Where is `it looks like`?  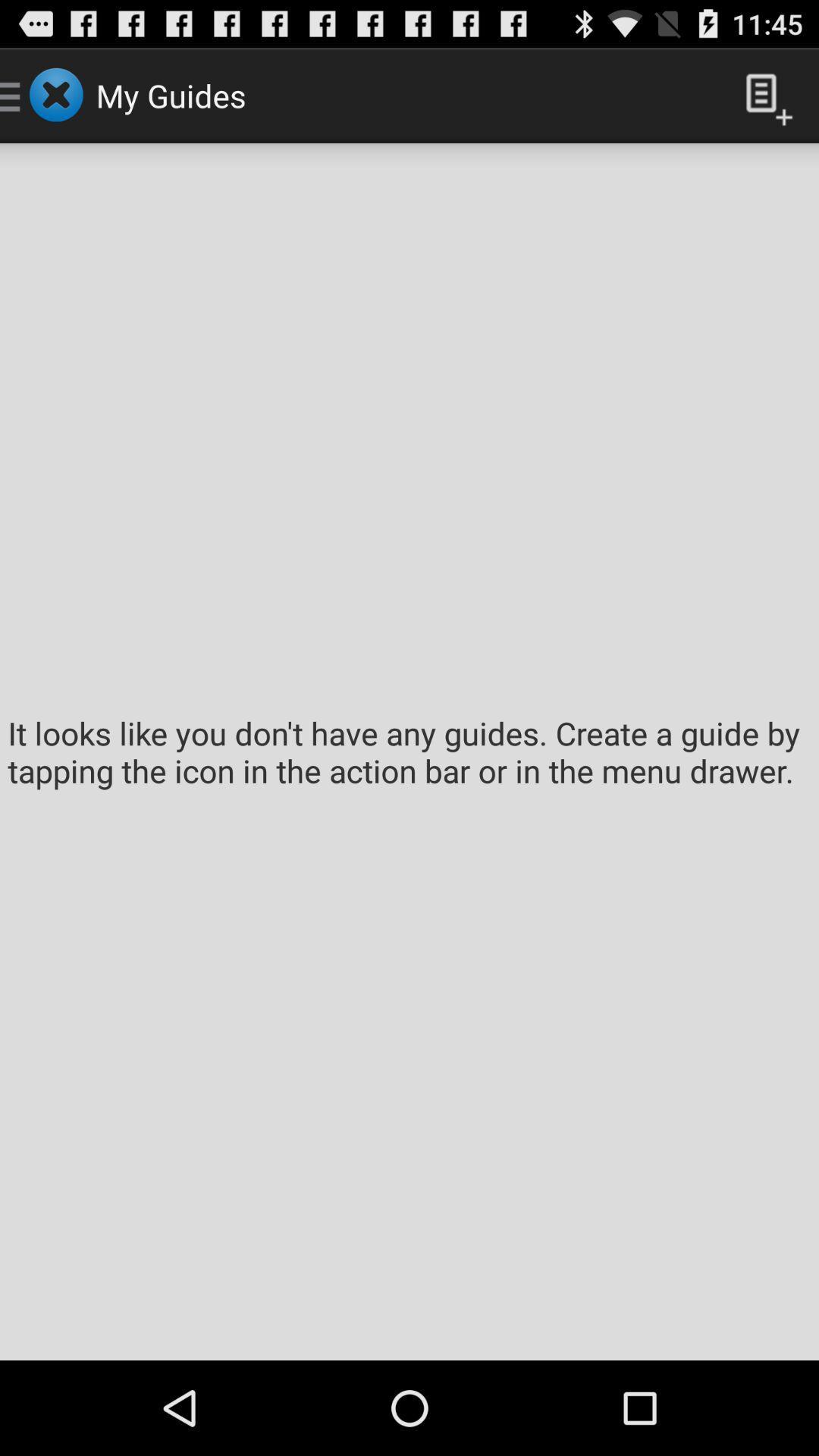 it looks like is located at coordinates (409, 752).